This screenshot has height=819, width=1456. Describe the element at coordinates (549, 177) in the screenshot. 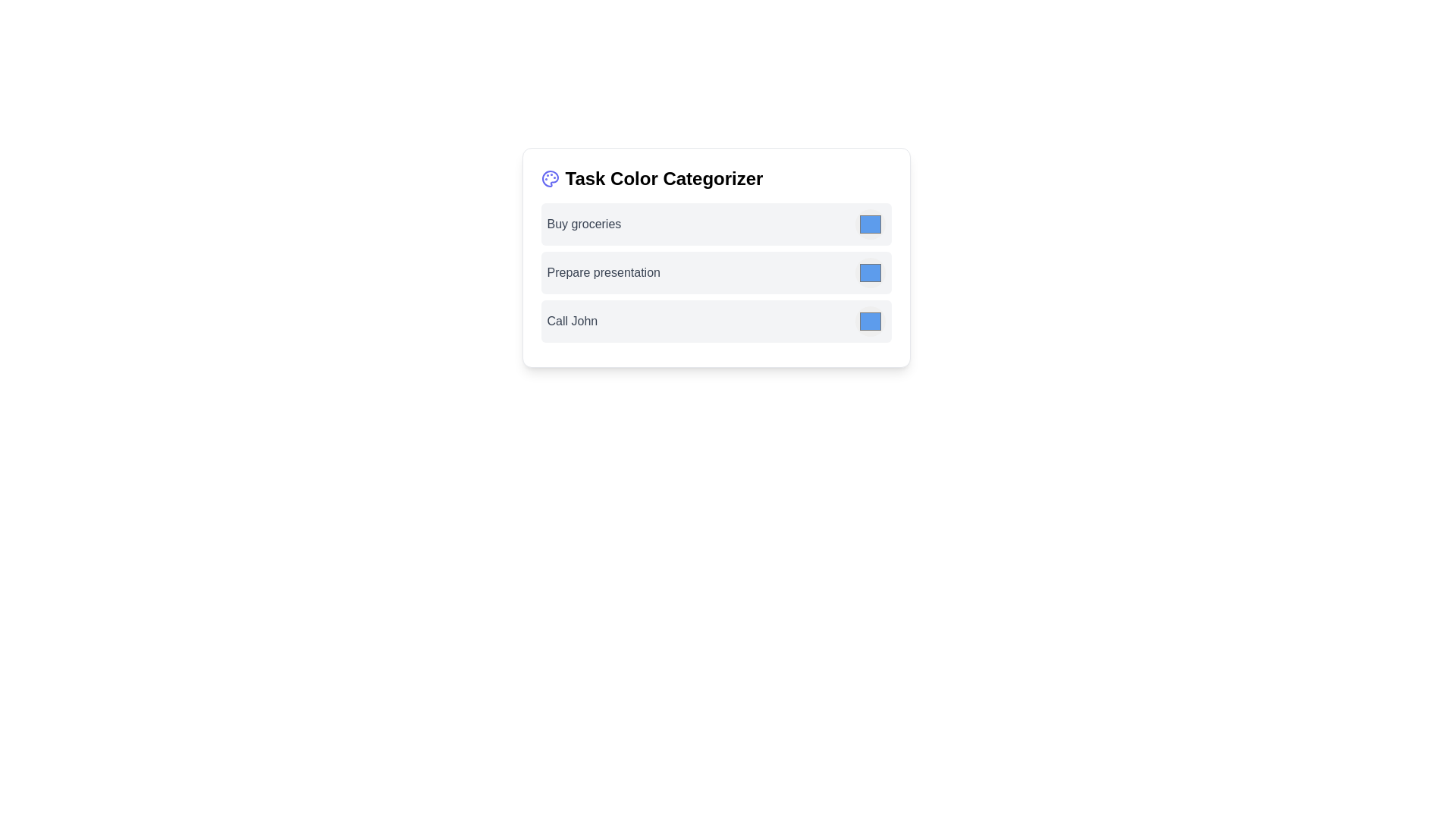

I see `the indigo palette icon located in the top-left corner of the 'Task Color Categorizer' card header` at that location.